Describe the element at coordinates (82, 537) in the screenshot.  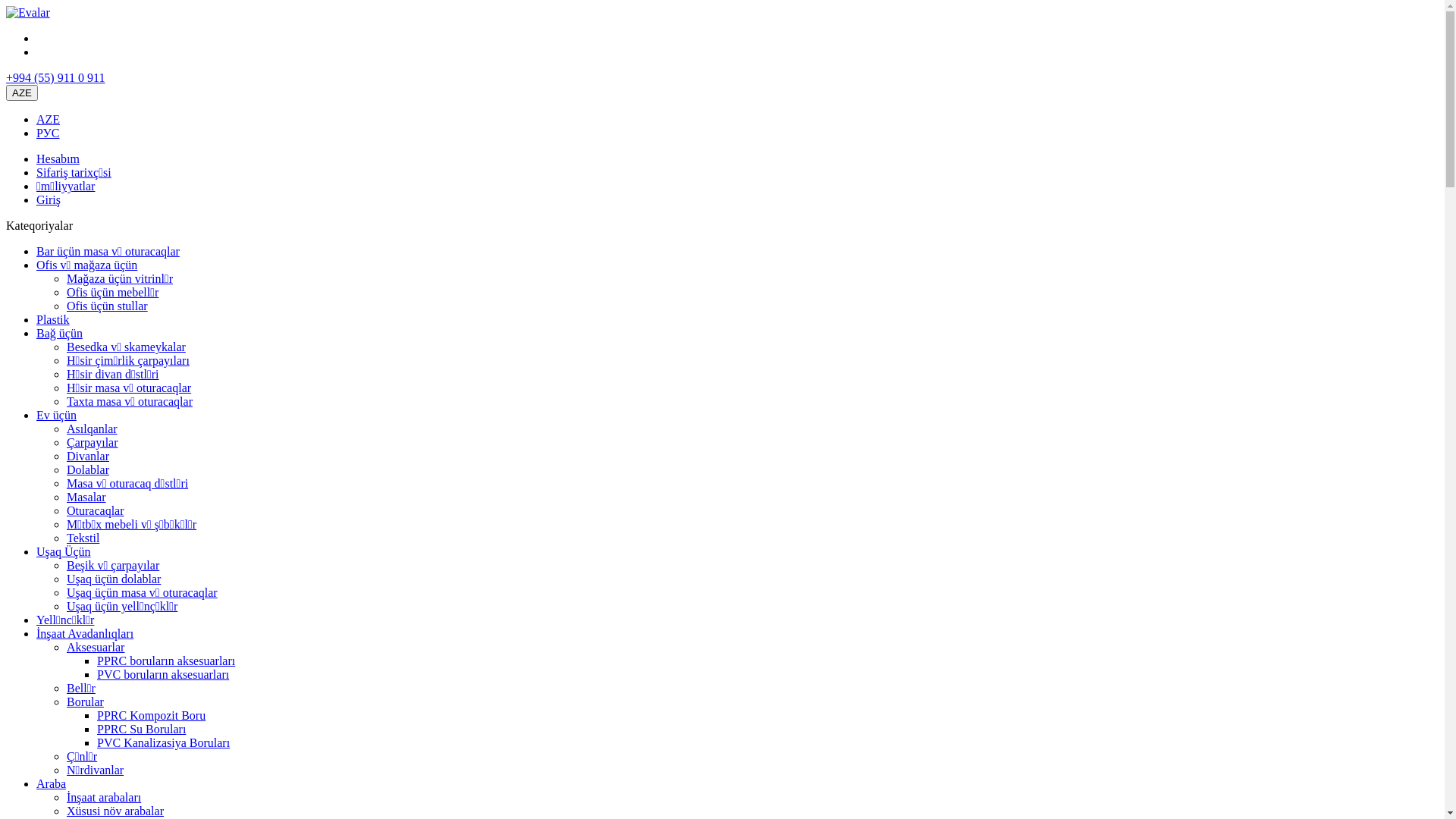
I see `'Tekstil'` at that location.